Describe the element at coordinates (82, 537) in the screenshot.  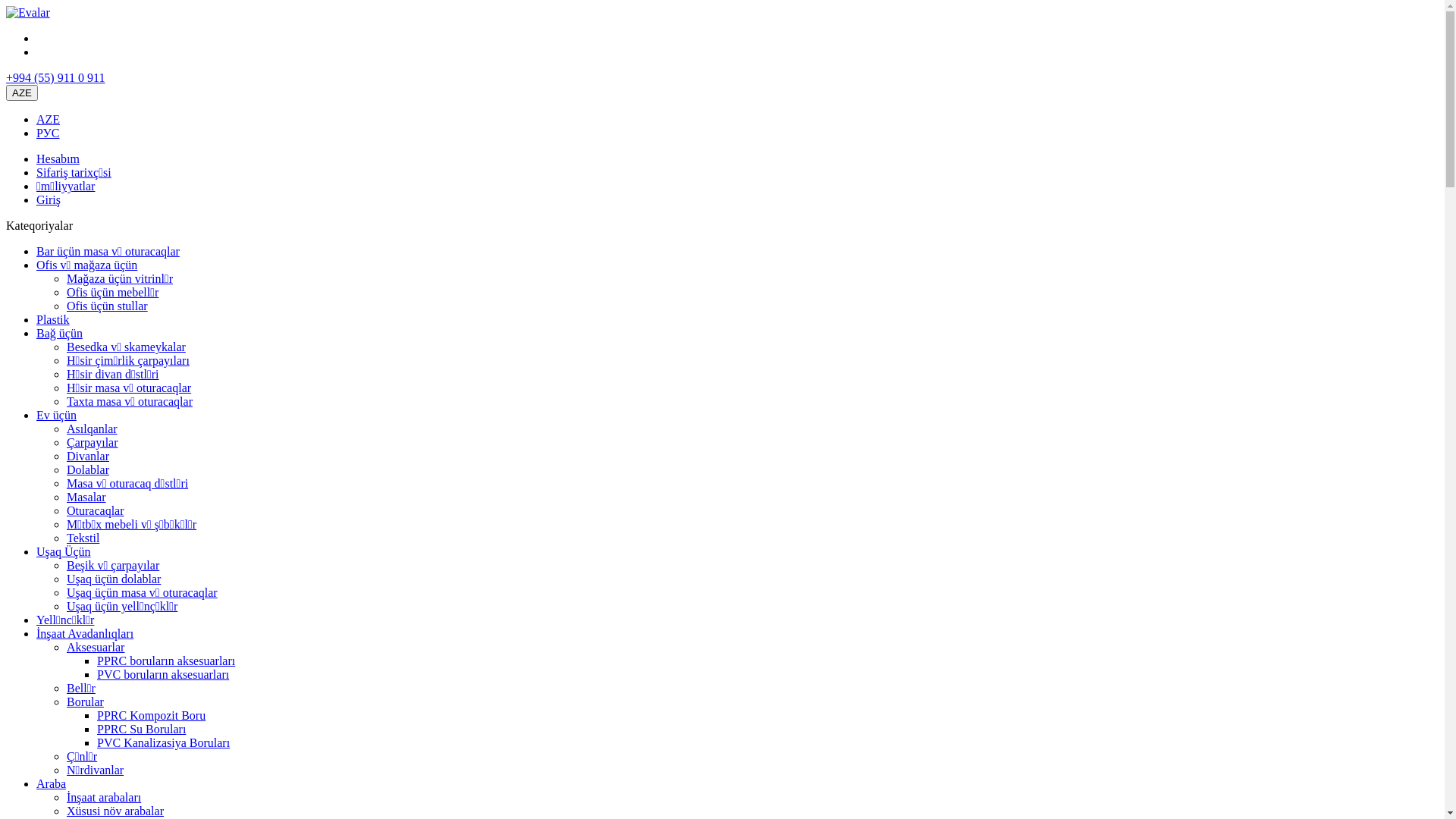
I see `'Tekstil'` at that location.